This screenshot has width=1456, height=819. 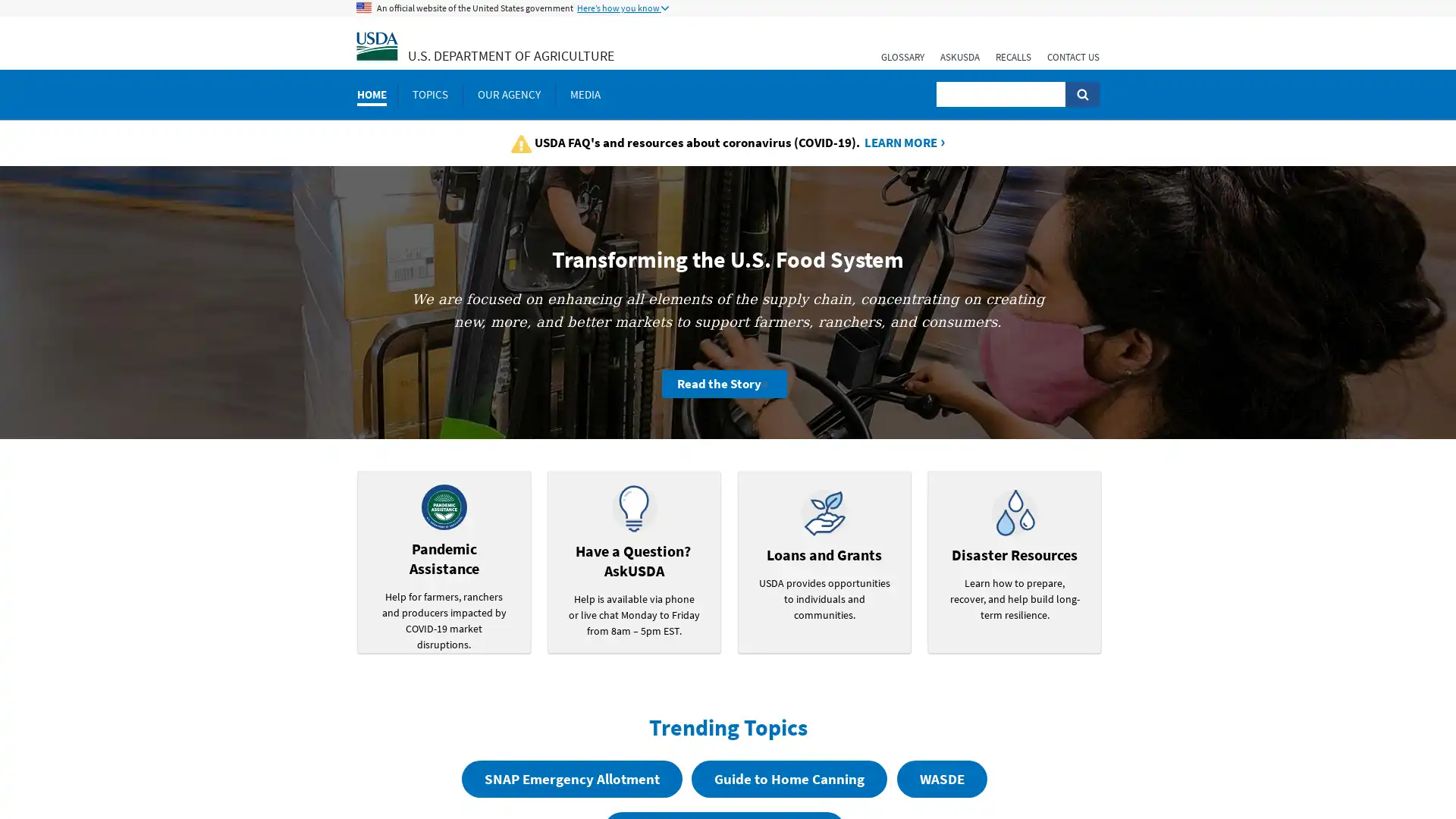 What do you see at coordinates (443, 561) in the screenshot?
I see `pandemic assistance logo Pandemic Assistance Help for farmers, ranchers and producers impacted by COVID-19 market disruptions.` at bounding box center [443, 561].